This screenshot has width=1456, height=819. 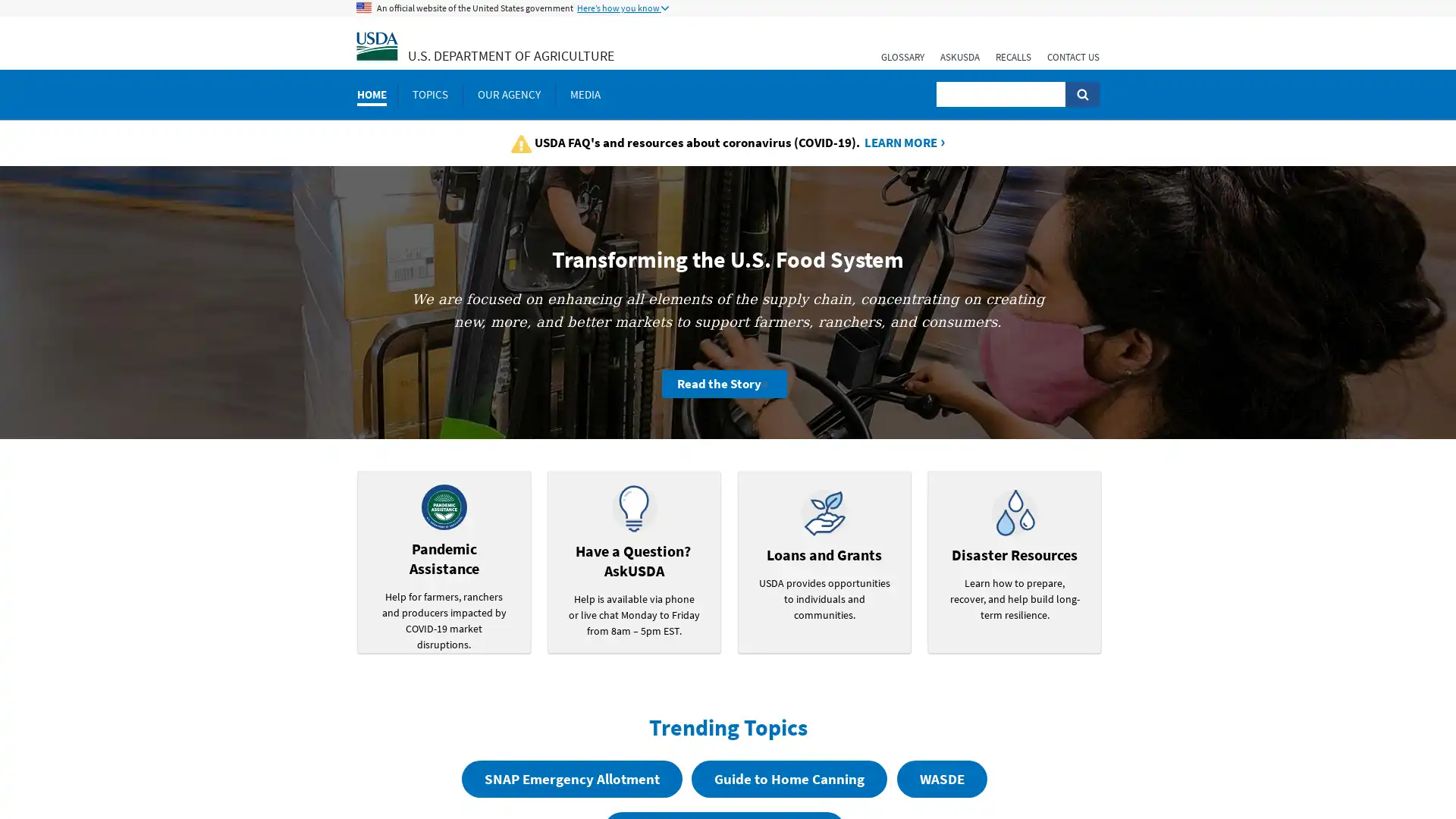 What do you see at coordinates (443, 561) in the screenshot?
I see `pandemic assistance logo Pandemic Assistance Help for farmers, ranchers and producers impacted by COVID-19 market disruptions.` at bounding box center [443, 561].